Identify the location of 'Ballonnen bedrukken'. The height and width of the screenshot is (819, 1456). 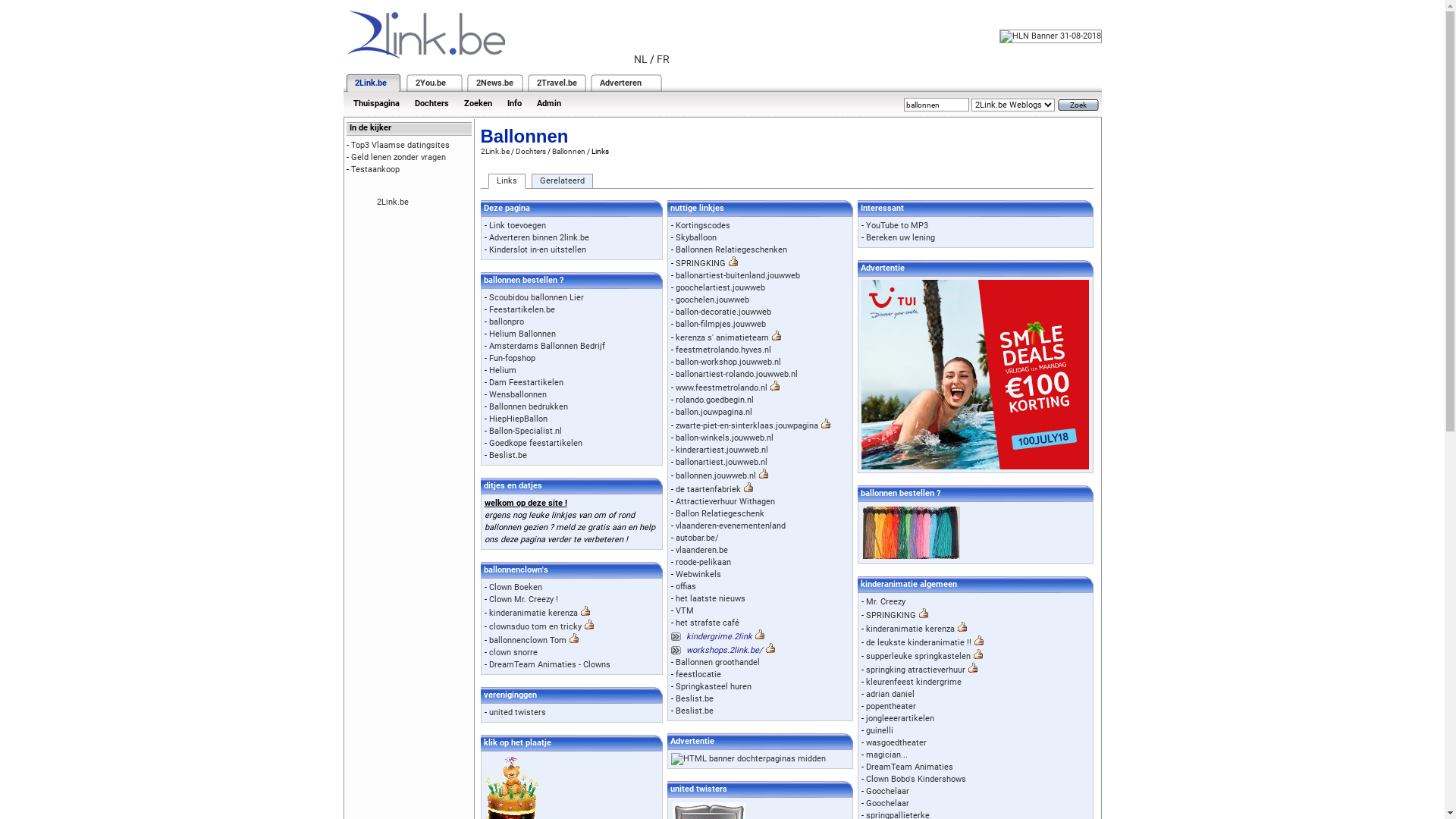
(488, 406).